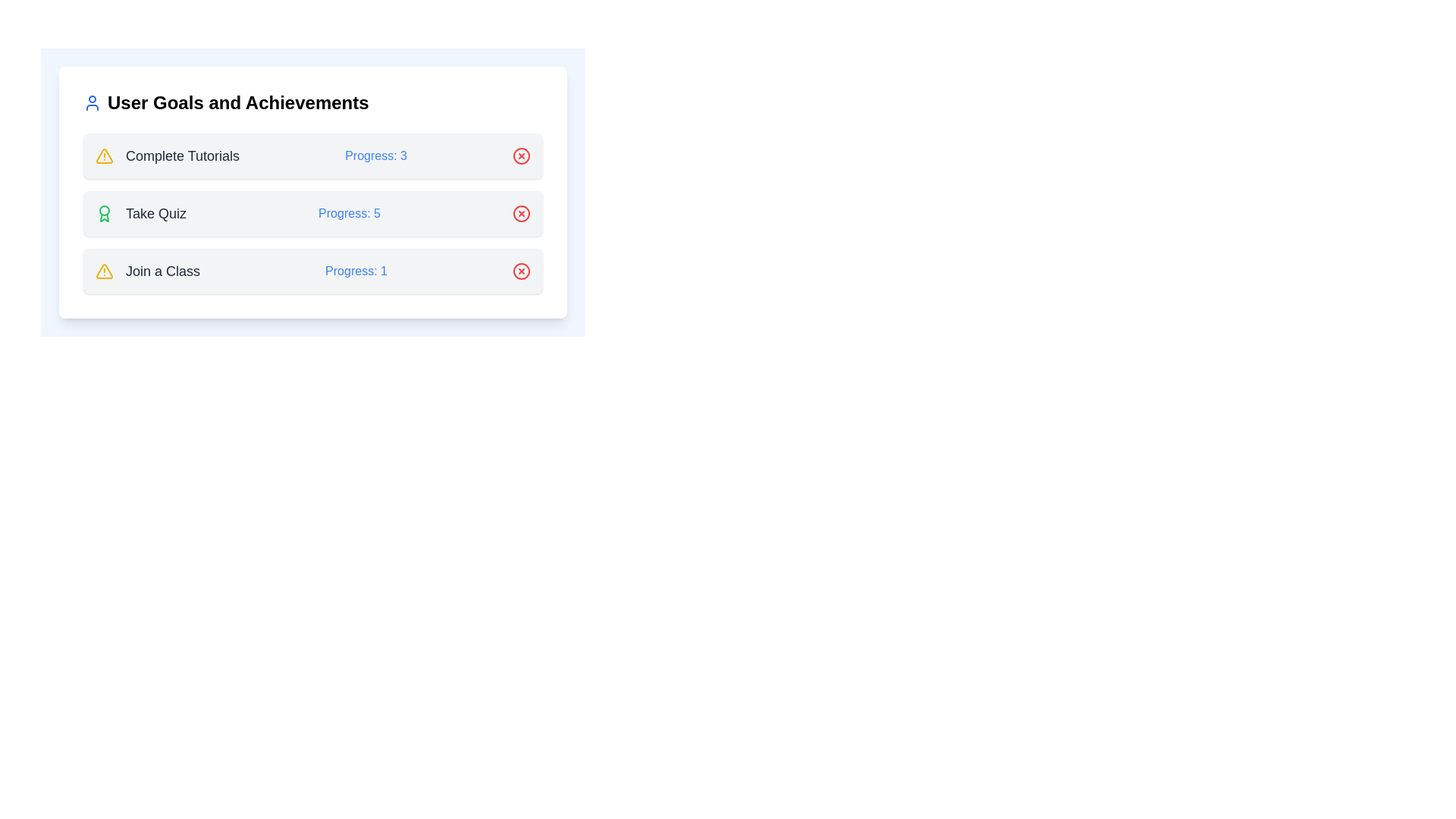 The height and width of the screenshot is (819, 1456). What do you see at coordinates (521, 155) in the screenshot?
I see `the delete or close button located at the far-right end of the line that includes 'Complete Tutorials' and 'Progress: 3'` at bounding box center [521, 155].